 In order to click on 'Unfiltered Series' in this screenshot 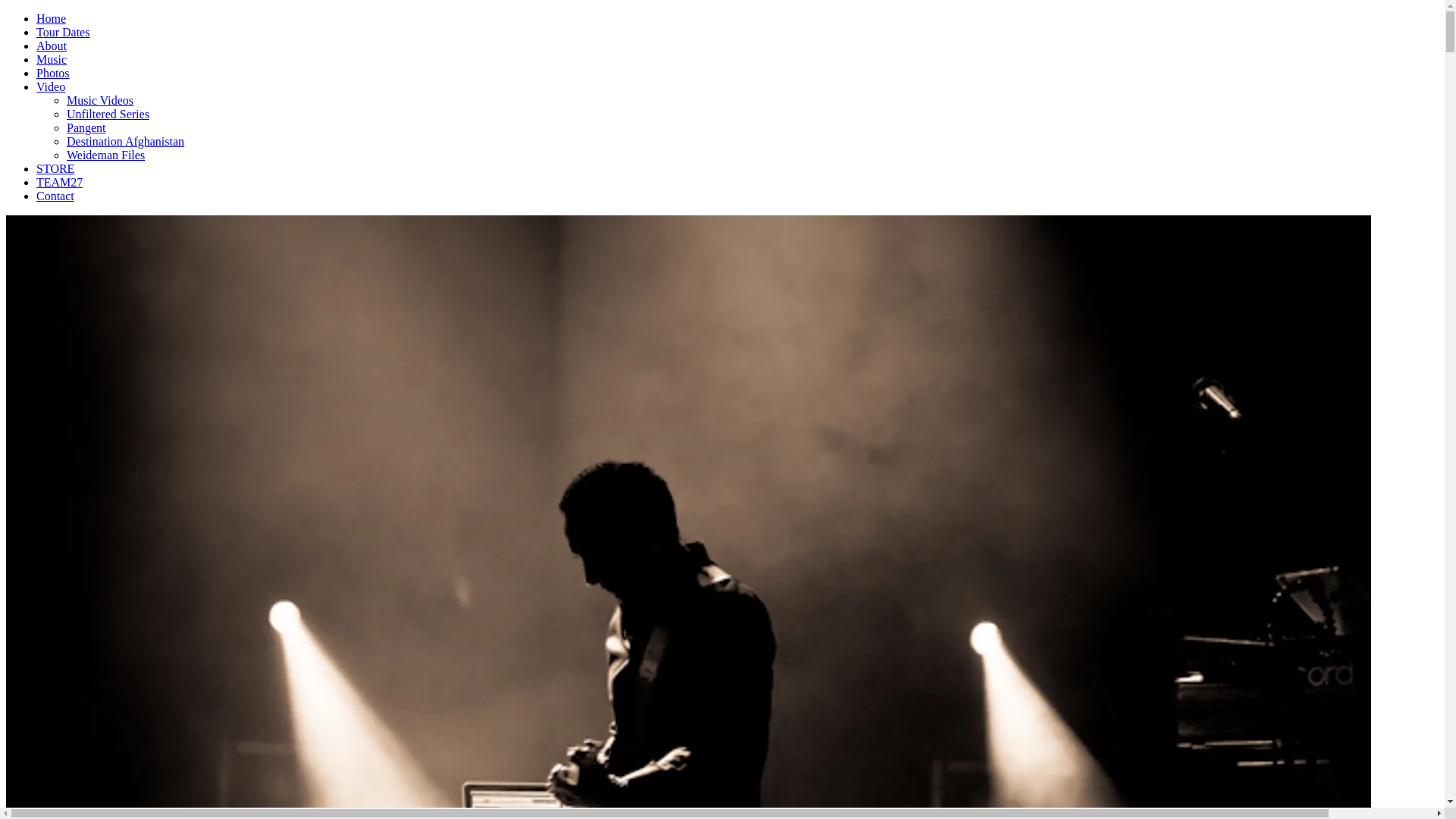, I will do `click(65, 113)`.